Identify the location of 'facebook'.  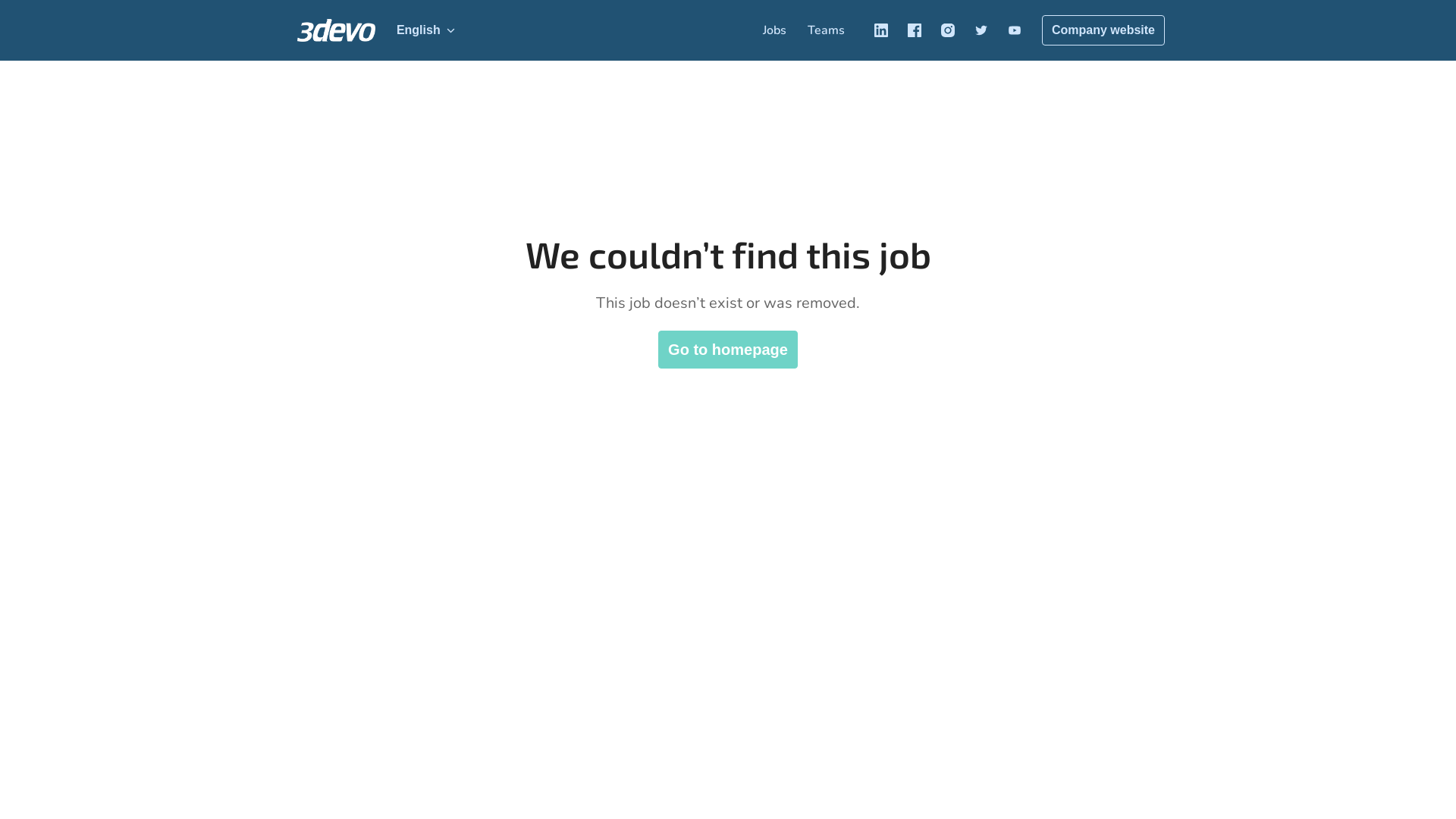
(913, 30).